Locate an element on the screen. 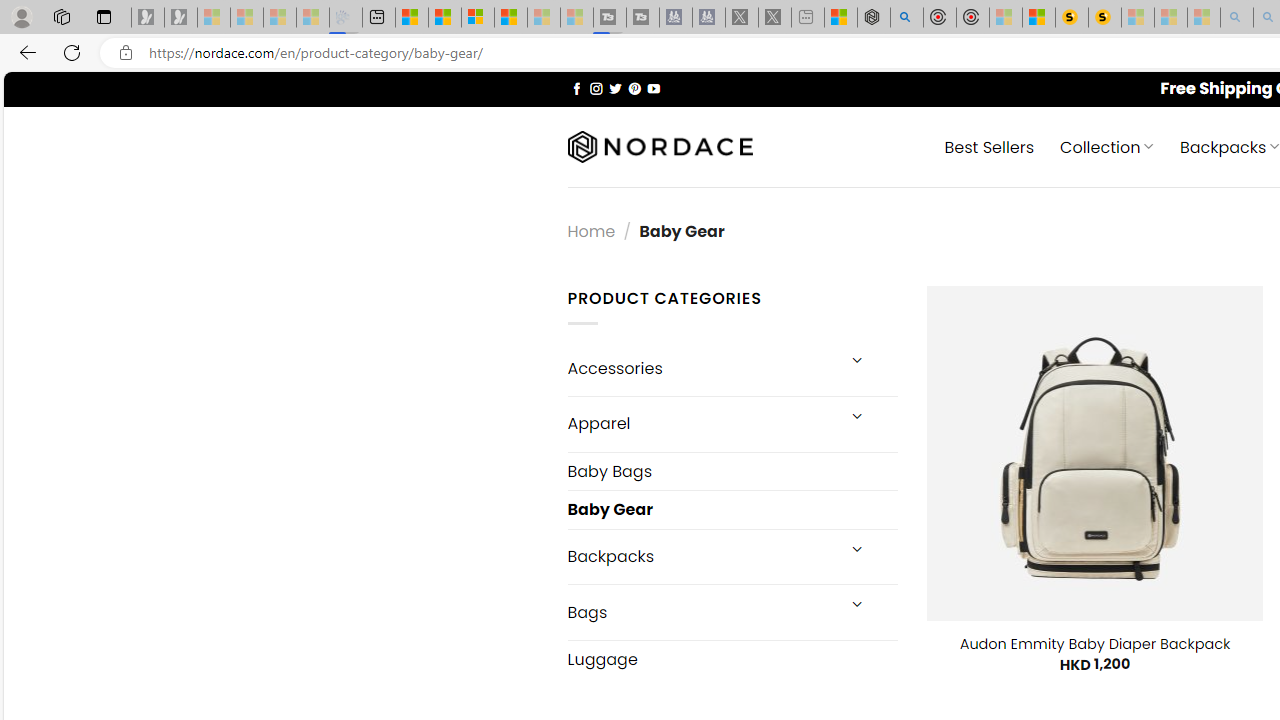  'Baby Bags' is located at coordinates (731, 471).